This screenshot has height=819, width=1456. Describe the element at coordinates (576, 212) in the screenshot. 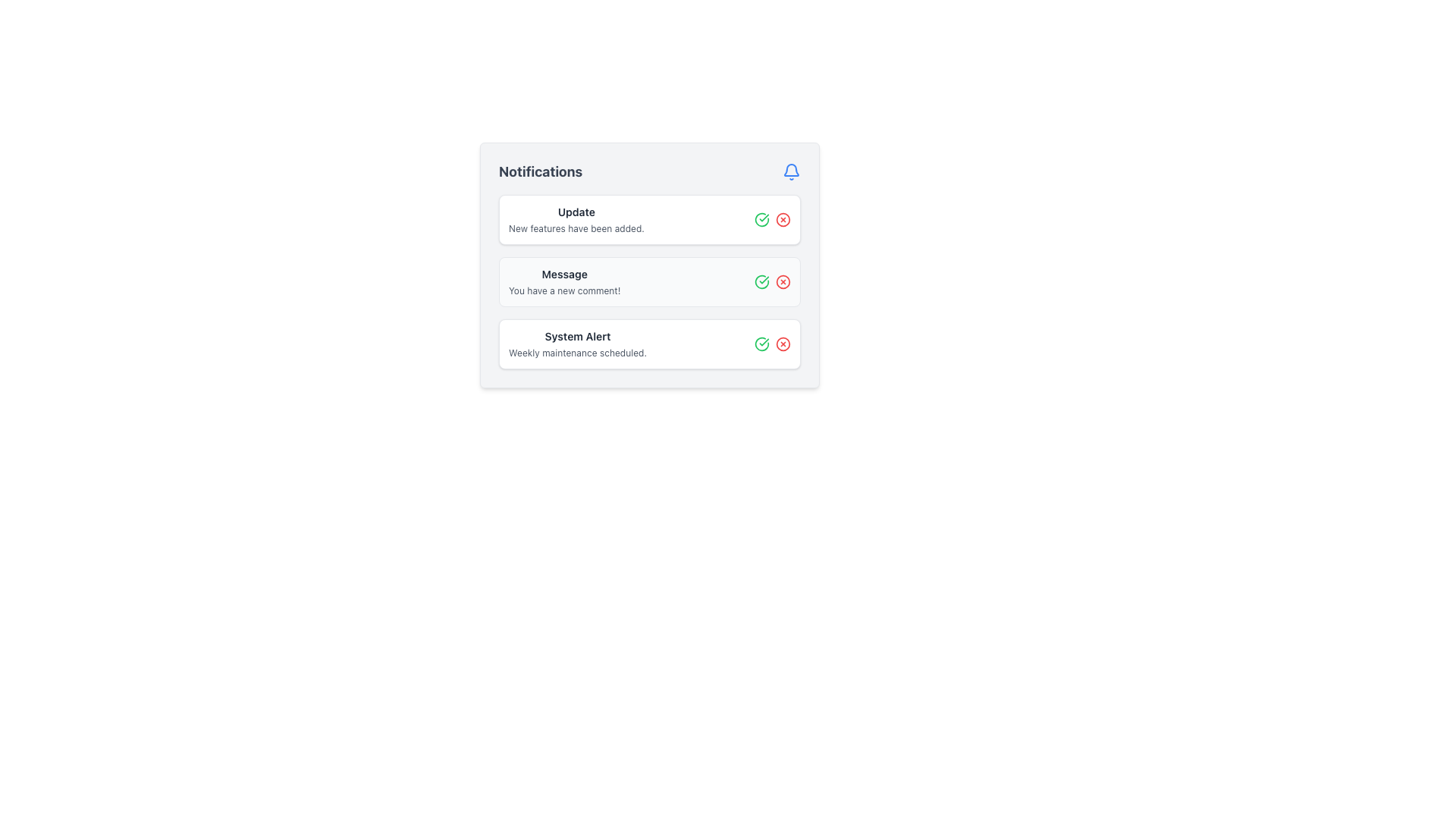

I see `the 'Update' text label, which is styled with a bold font and located at the top of the notification card` at that location.